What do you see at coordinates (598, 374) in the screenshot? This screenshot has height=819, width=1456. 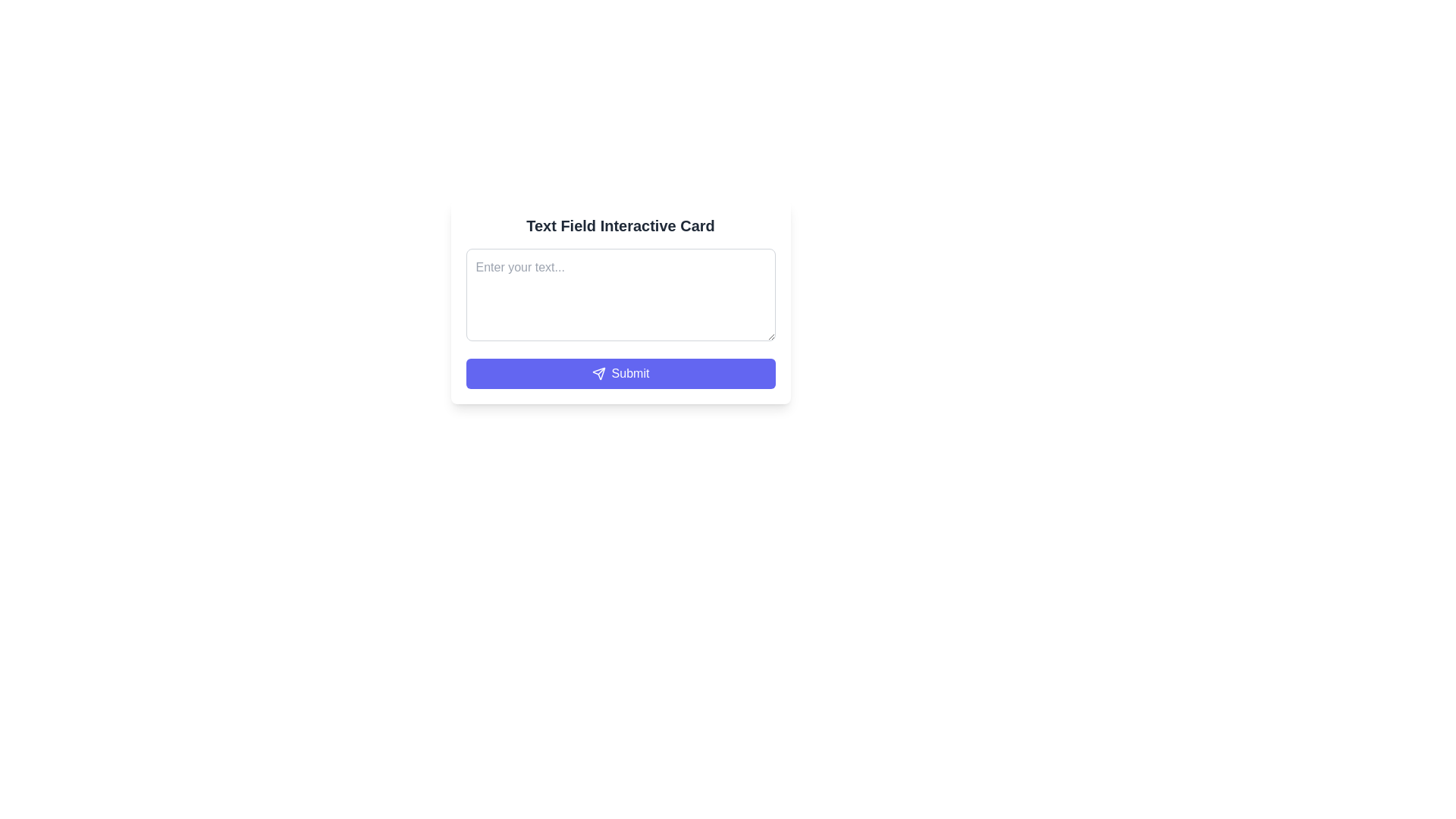 I see `the leftmost icon within the 'Submit' button` at bounding box center [598, 374].